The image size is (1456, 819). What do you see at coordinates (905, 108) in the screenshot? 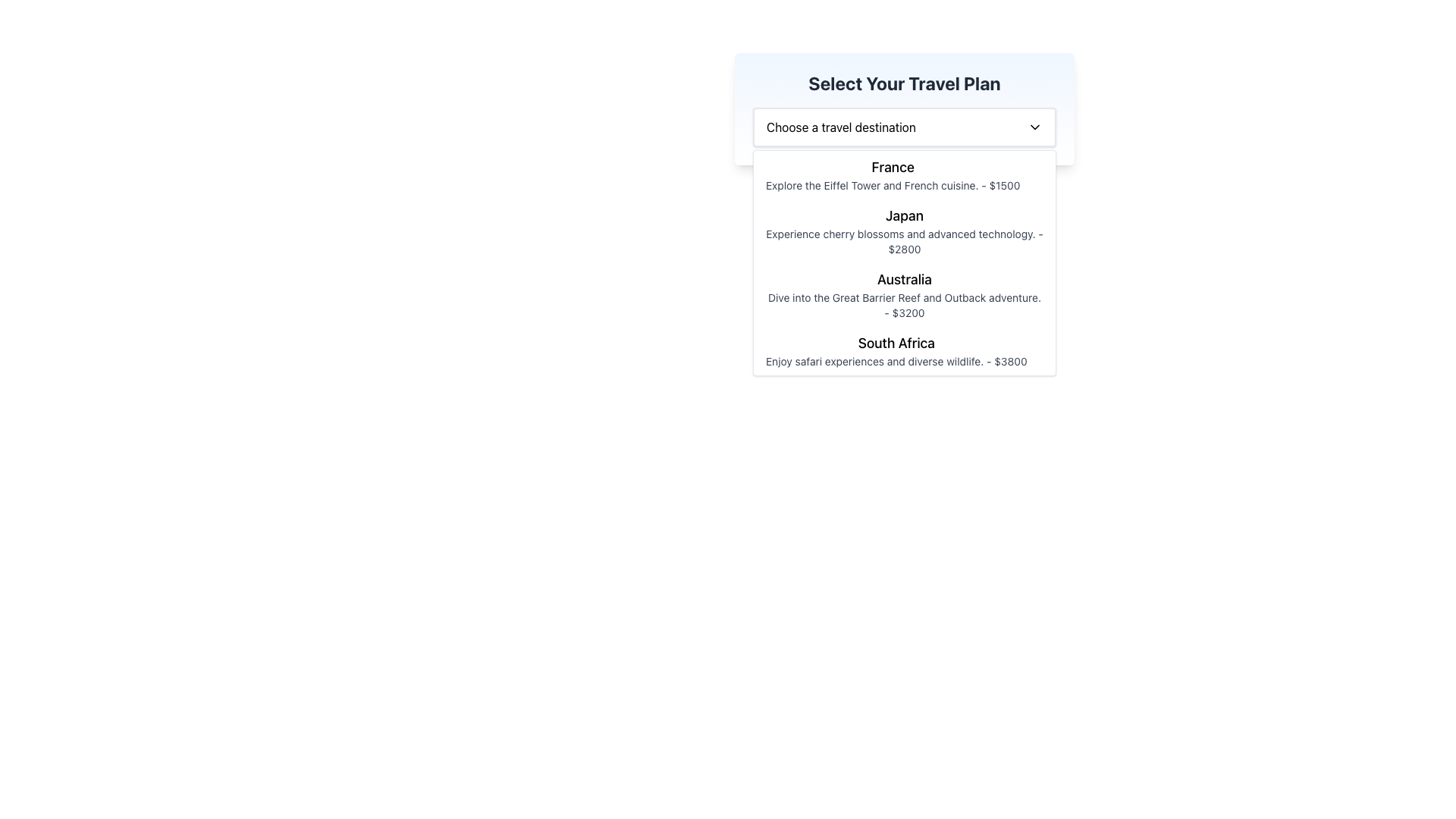
I see `the dropdown menu labeled 'Choose a travel destination'` at bounding box center [905, 108].